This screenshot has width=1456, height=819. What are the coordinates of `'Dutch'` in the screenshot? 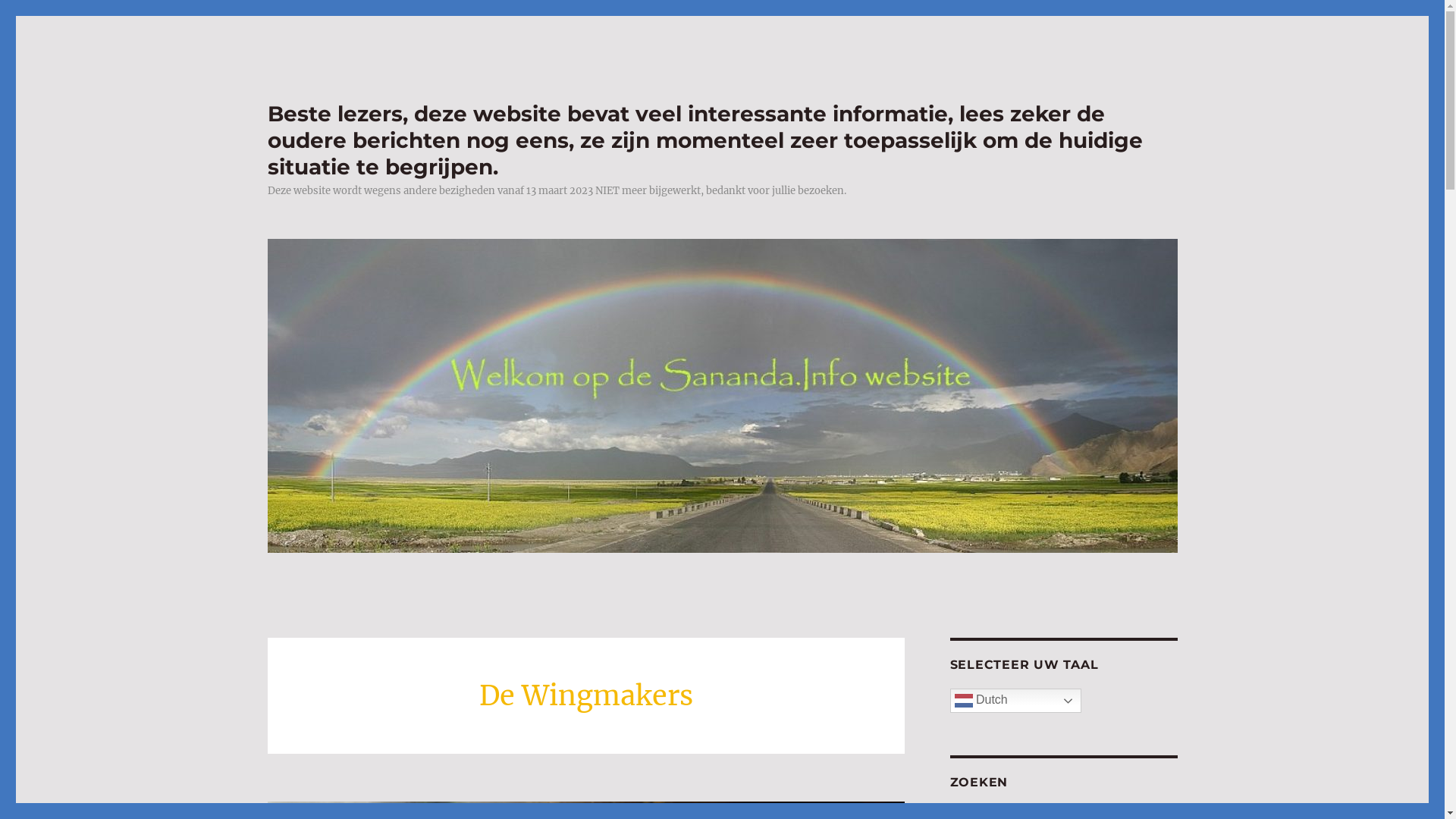 It's located at (1015, 701).